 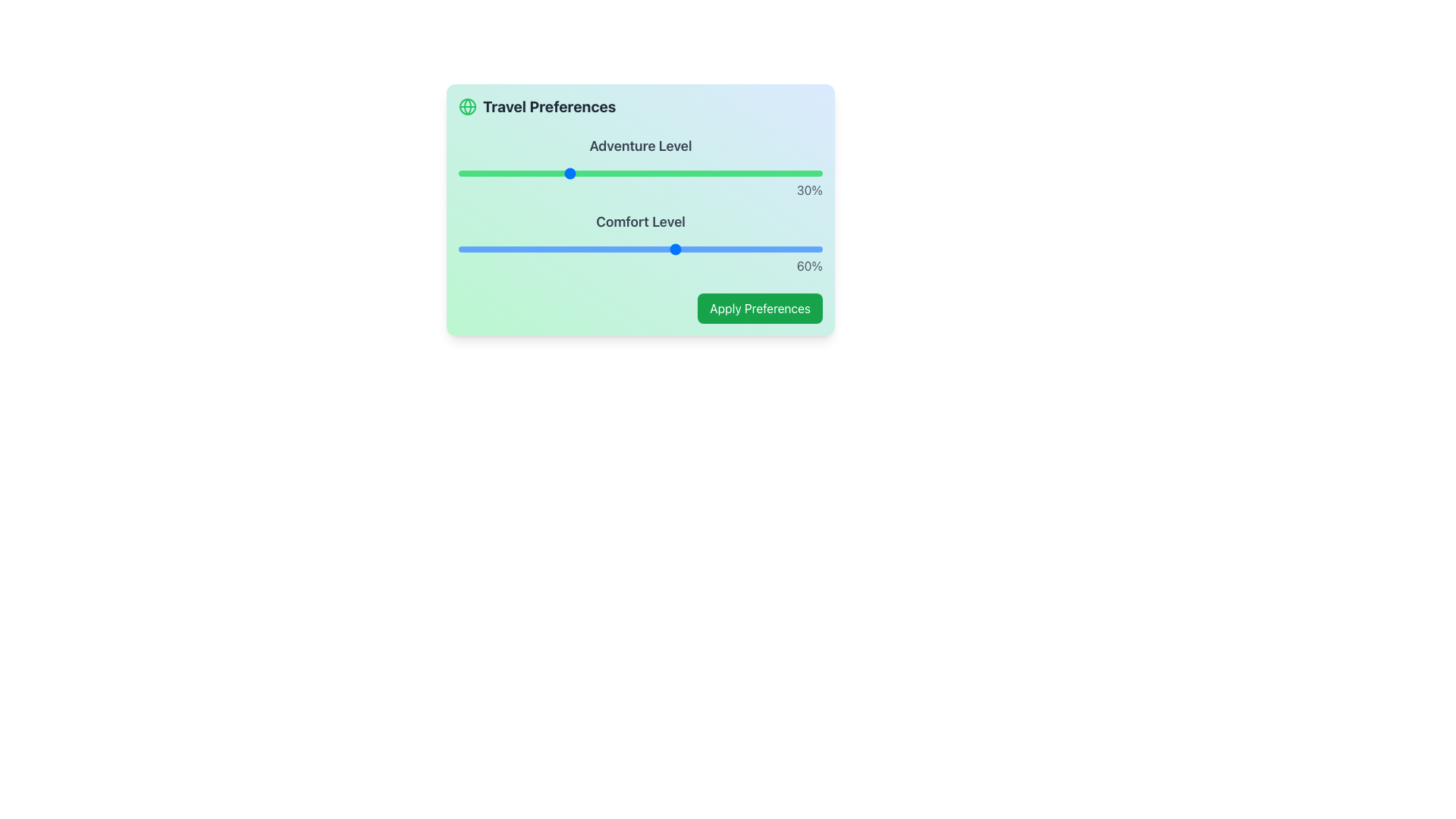 I want to click on the text label titled 'Travel Preferences' which is styled in bold and darker gray, located near the upper part of the interface, next to a green globe icon, so click(x=537, y=106).